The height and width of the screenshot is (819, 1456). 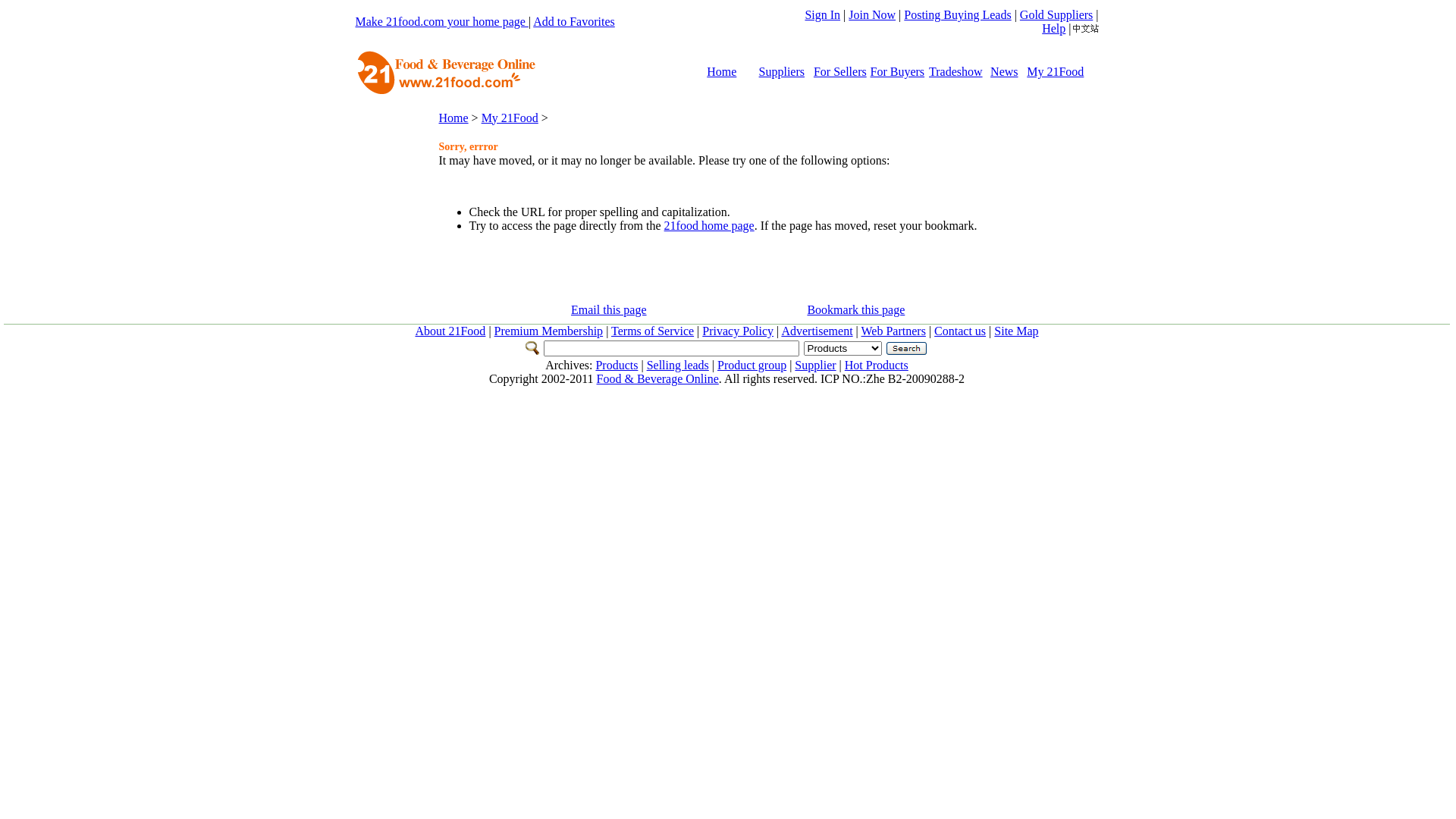 What do you see at coordinates (720, 71) in the screenshot?
I see `'Home'` at bounding box center [720, 71].